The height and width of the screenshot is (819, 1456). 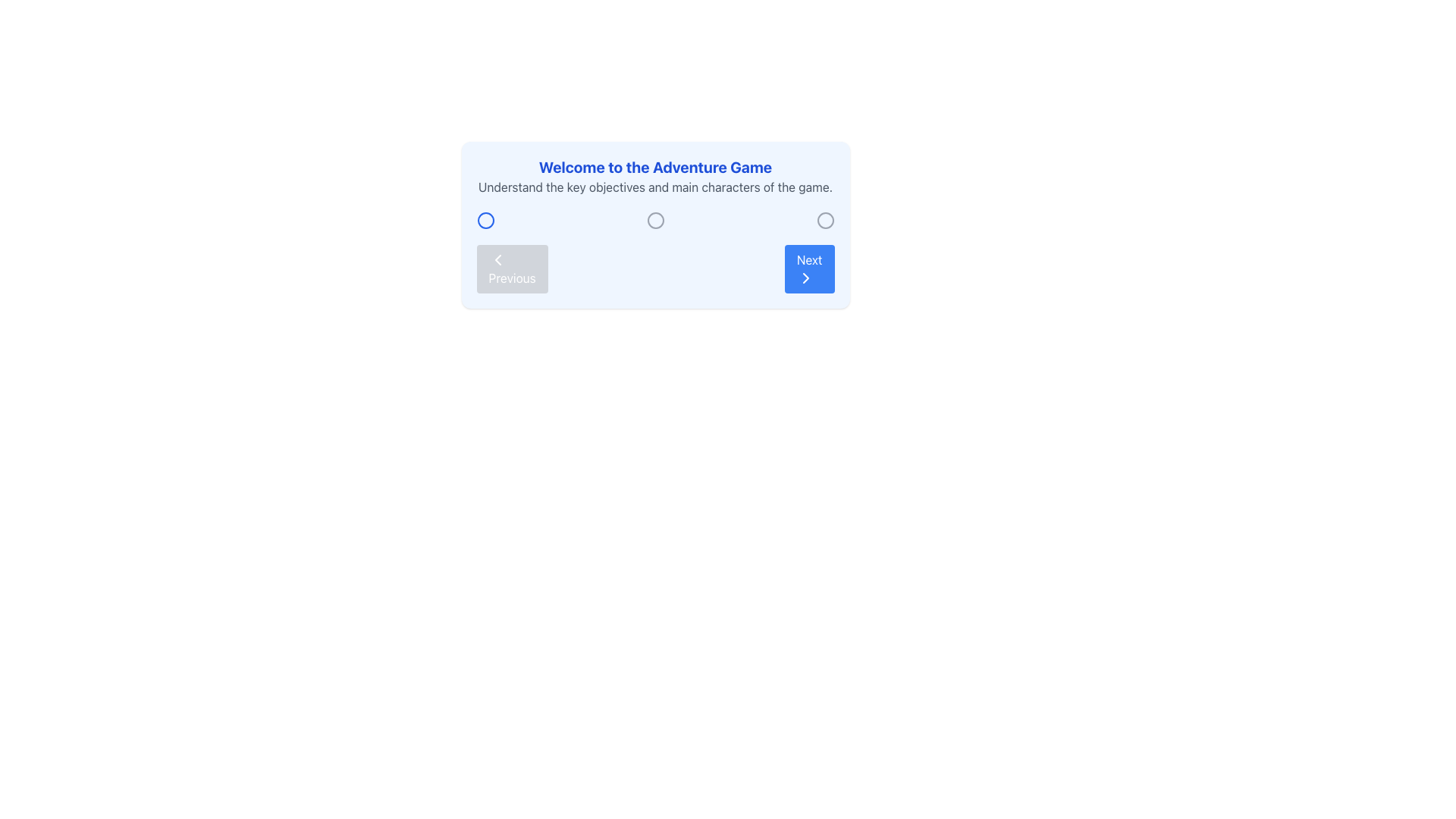 I want to click on the third circular icon, which is gray and located on the far right of a row of three similar circular icons, so click(x=824, y=220).